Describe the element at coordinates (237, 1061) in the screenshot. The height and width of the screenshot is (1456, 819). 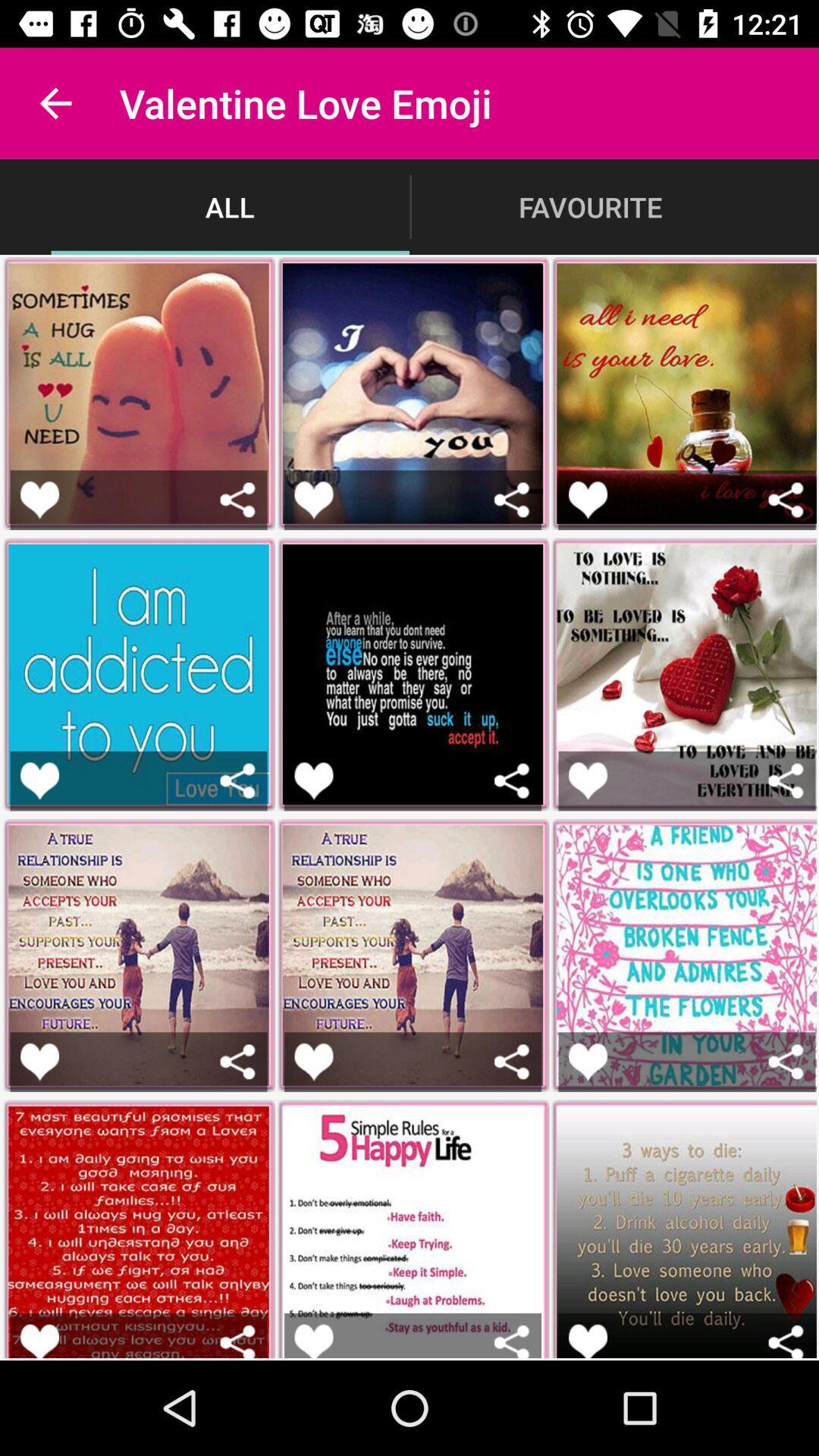
I see `share the picture` at that location.